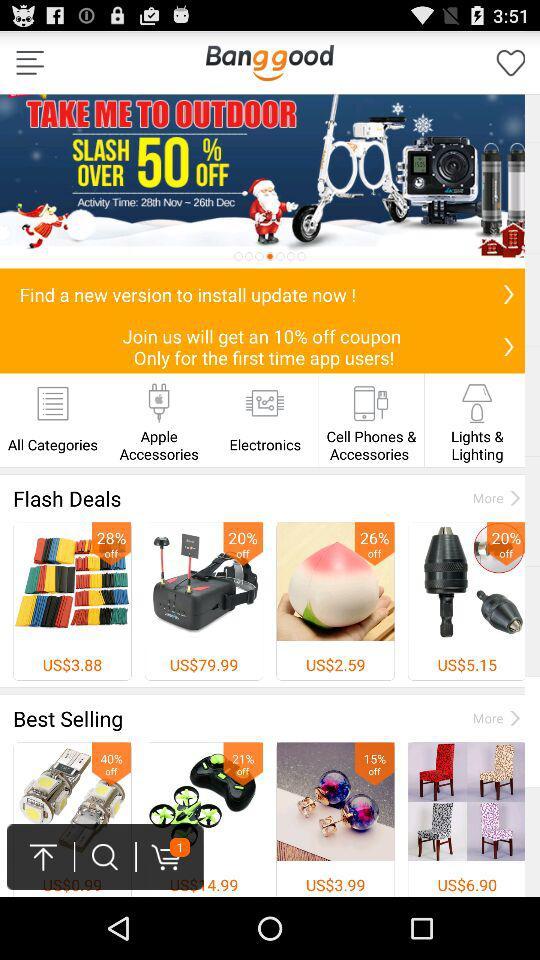  Describe the element at coordinates (508, 293) in the screenshot. I see `update` at that location.